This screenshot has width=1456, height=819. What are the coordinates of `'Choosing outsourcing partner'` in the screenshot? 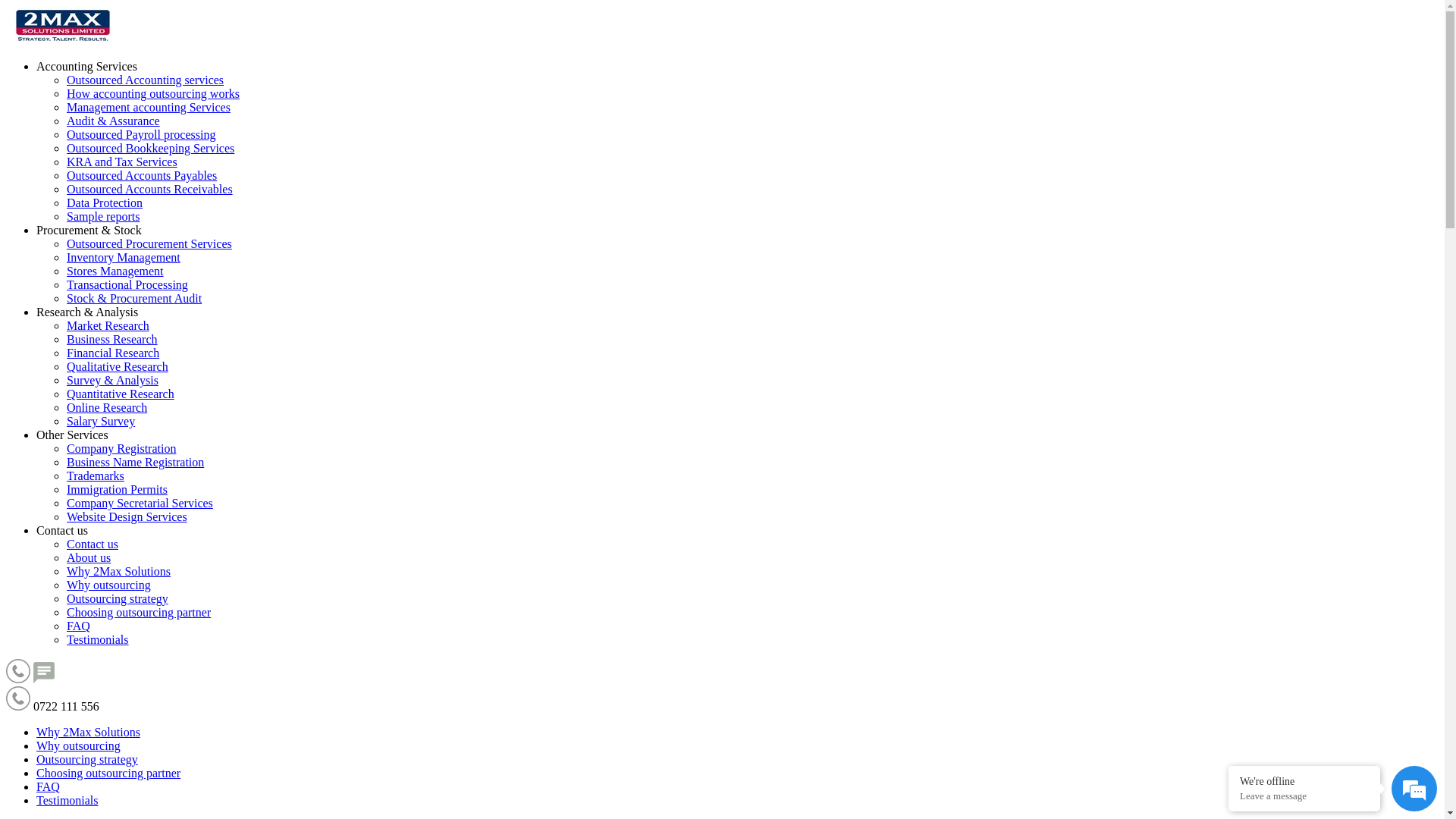 It's located at (138, 611).